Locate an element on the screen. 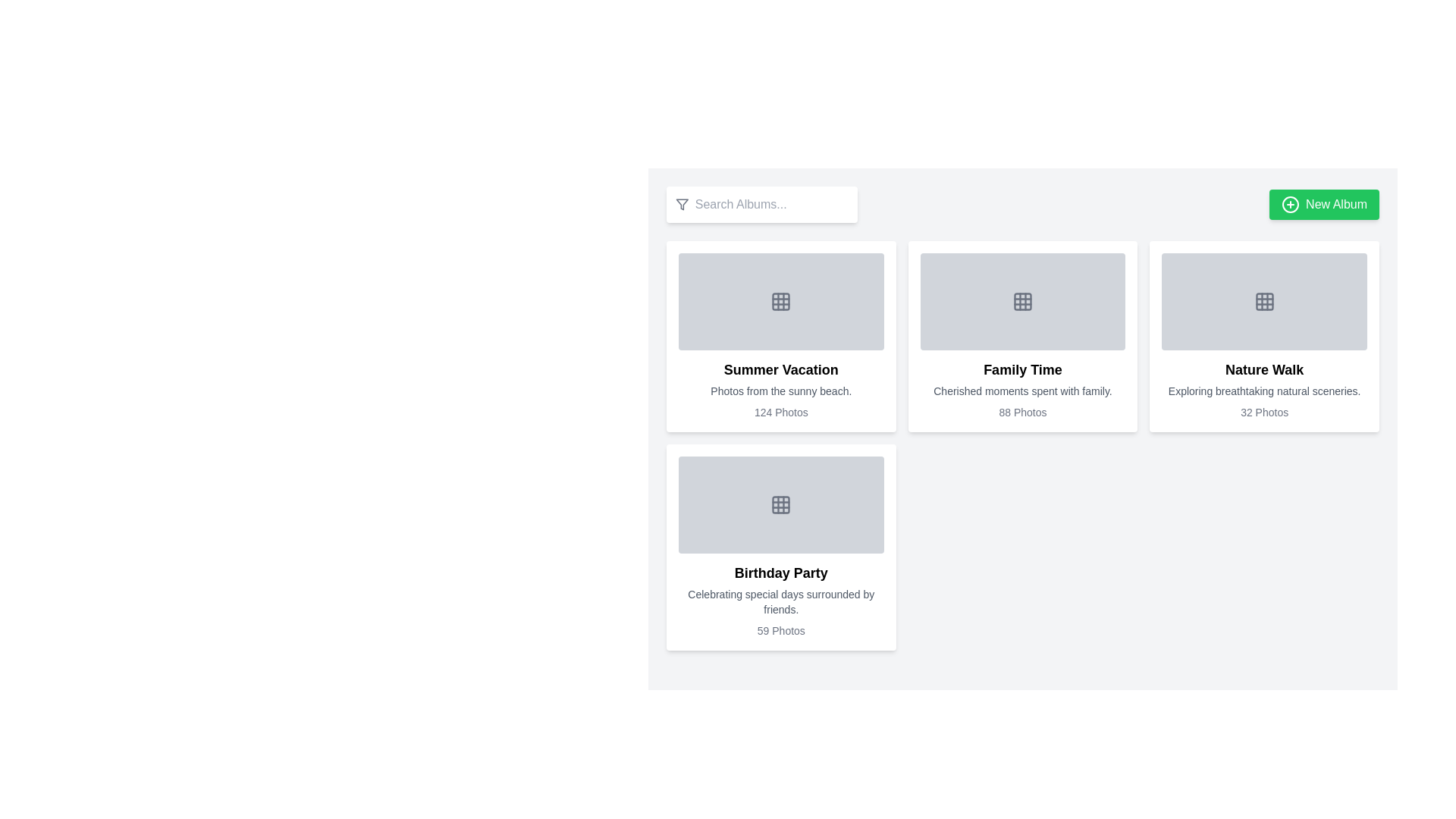 The width and height of the screenshot is (1456, 819). the small rectangular grid icon with rounded corners in the bottom-left thumbnail for 'Birthday Party' is located at coordinates (781, 505).